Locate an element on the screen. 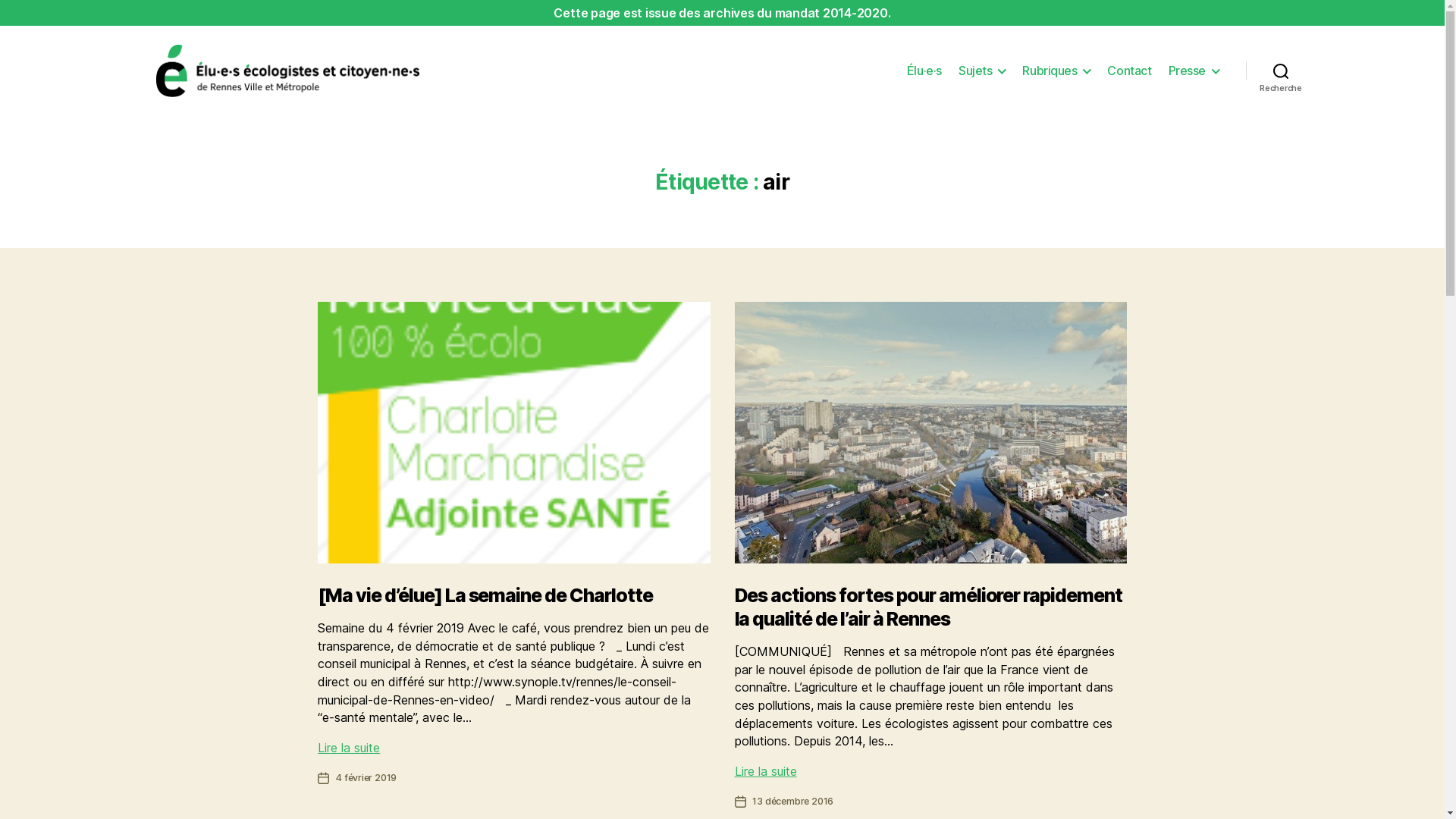 The height and width of the screenshot is (819, 1456). 'Sujets' is located at coordinates (982, 71).